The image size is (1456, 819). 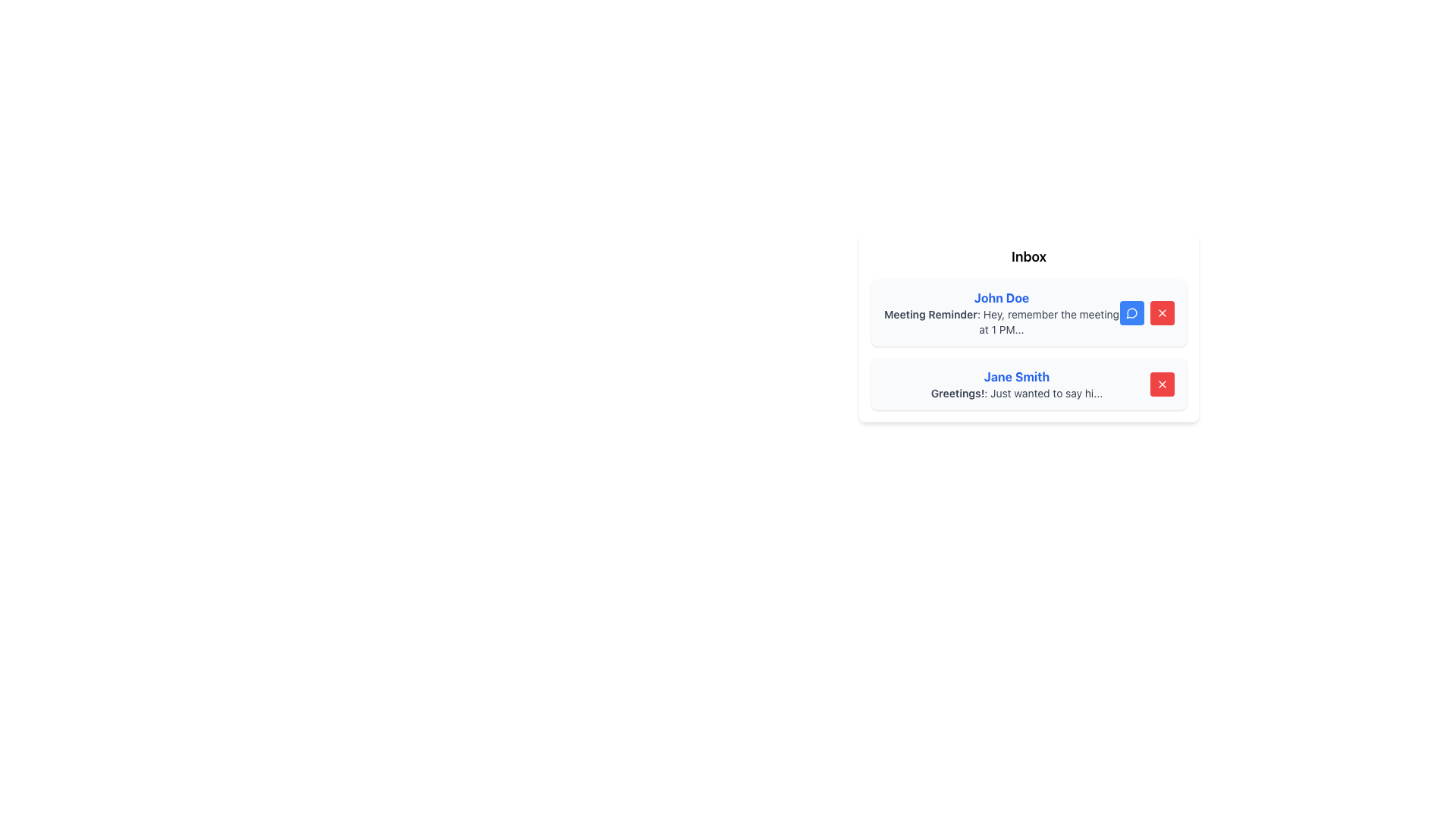 What do you see at coordinates (1029, 312) in the screenshot?
I see `text content displayed in the Message Notification Card that shows the sender's name and a brief preview of the message, which is the first item in a vertical list within a white card` at bounding box center [1029, 312].